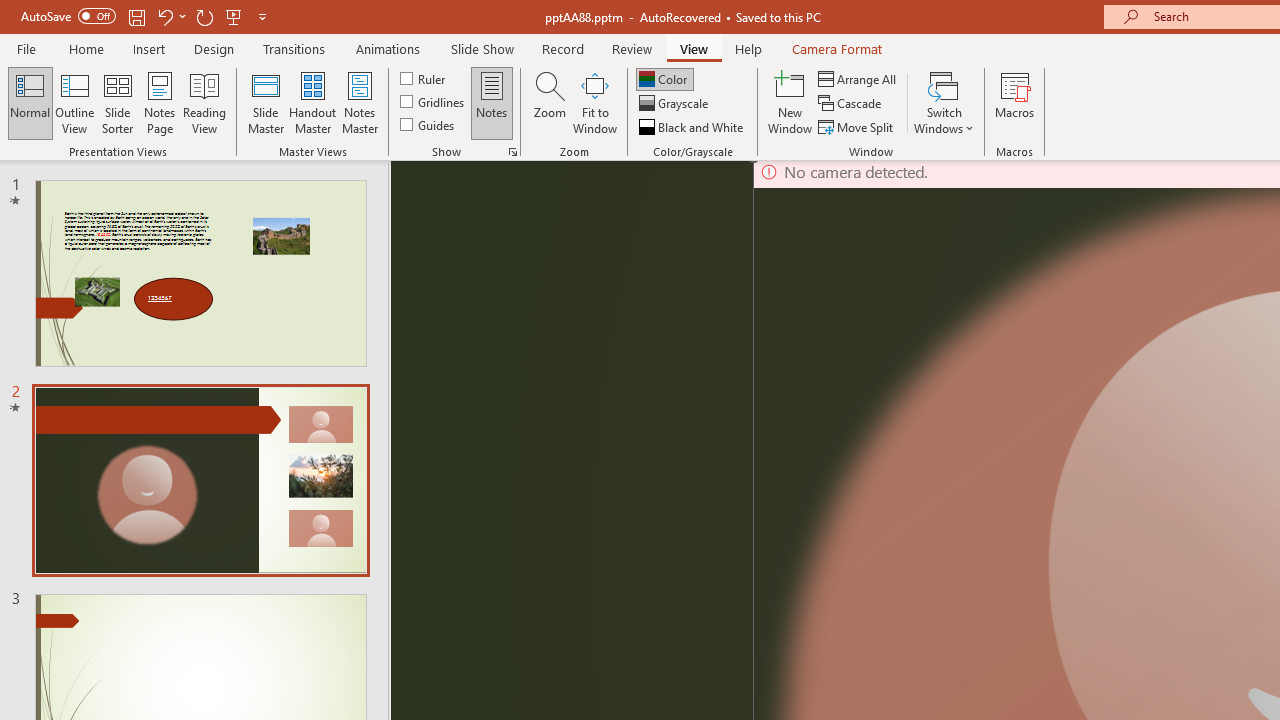 This screenshot has height=720, width=1280. Describe the element at coordinates (262, 16) in the screenshot. I see `'Customize Quick Access Toolbar'` at that location.